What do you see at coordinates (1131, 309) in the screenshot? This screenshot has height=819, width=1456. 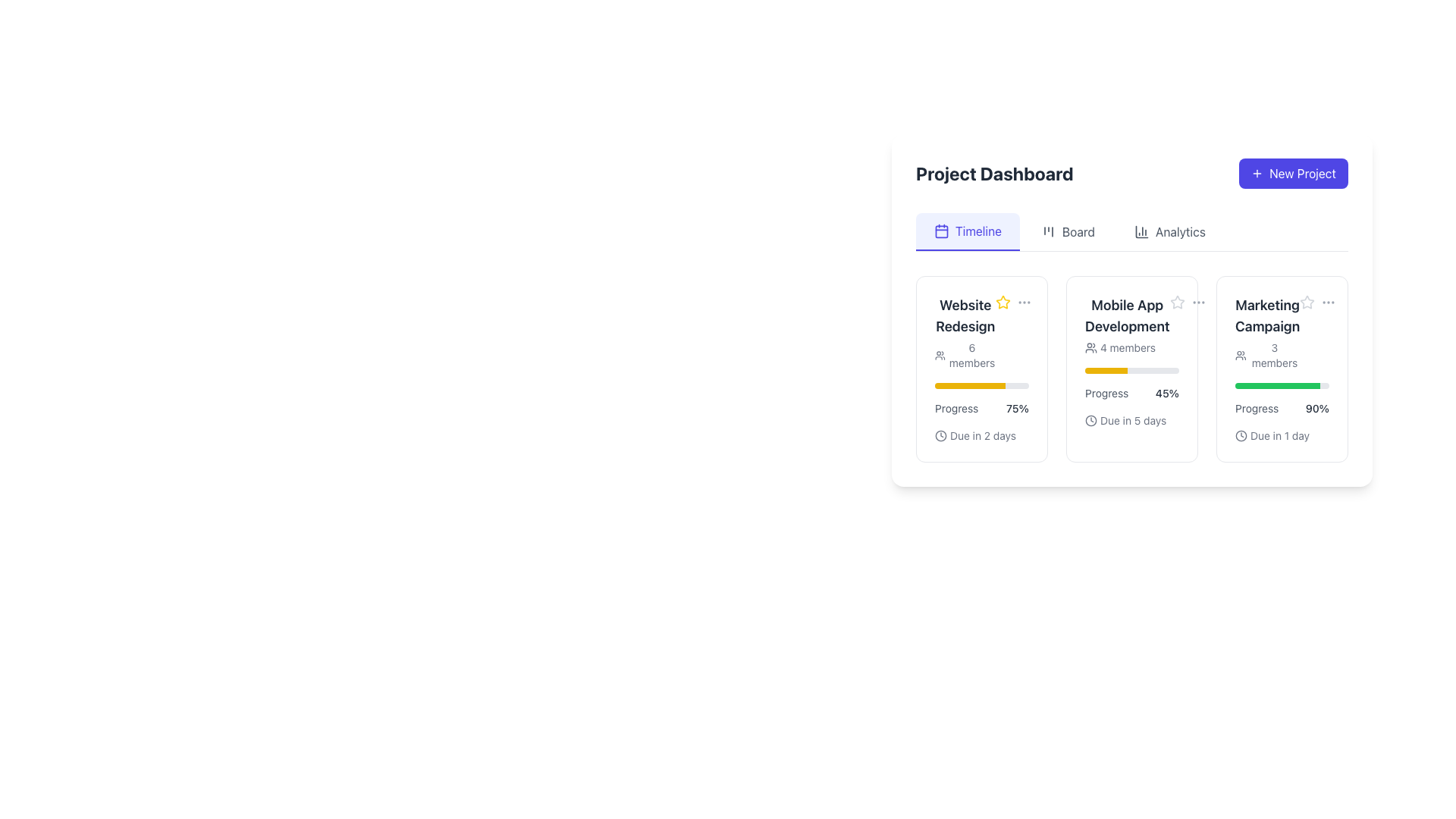 I see `the project dashboard interface` at bounding box center [1131, 309].